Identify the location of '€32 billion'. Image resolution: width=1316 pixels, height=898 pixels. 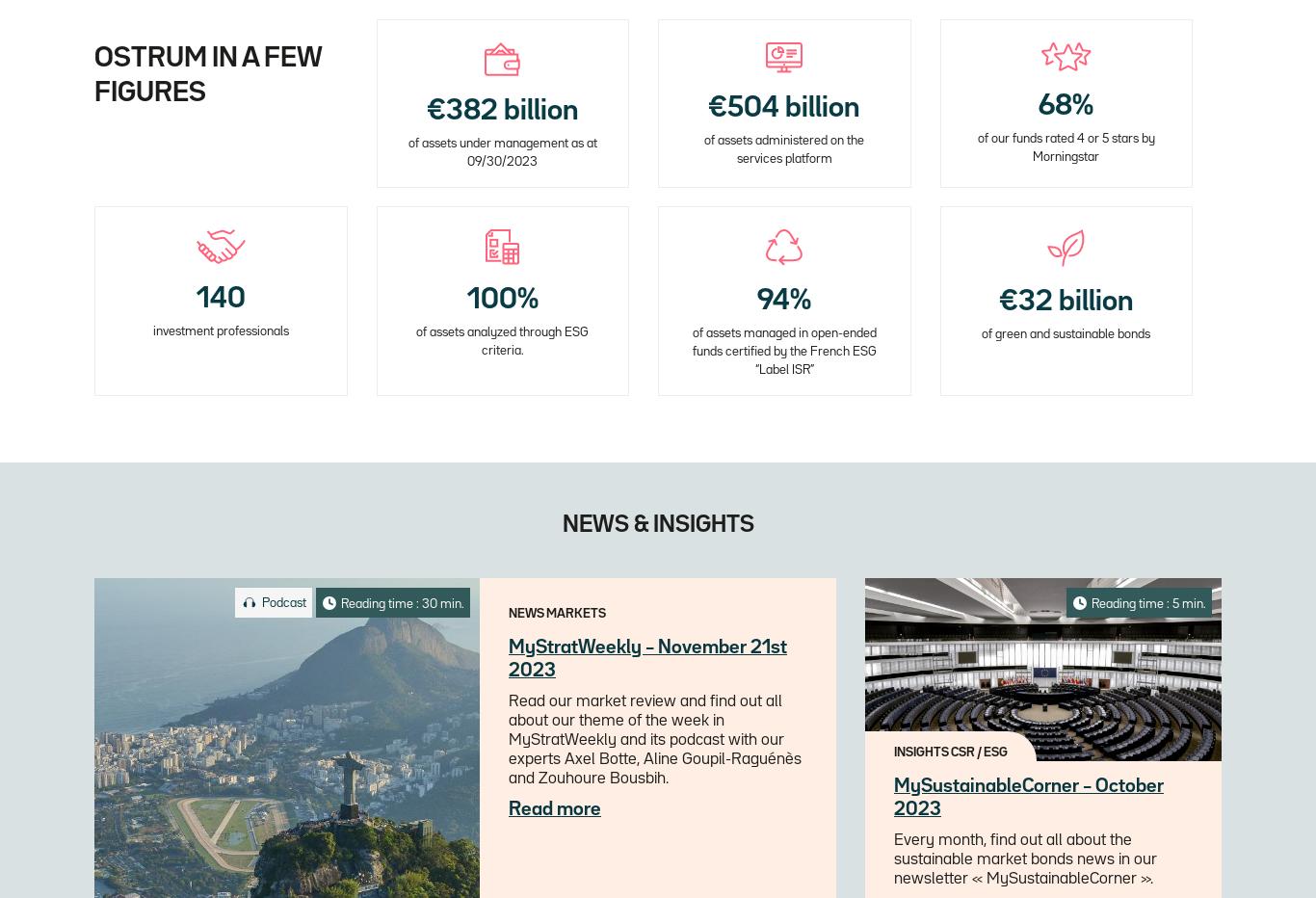
(1065, 301).